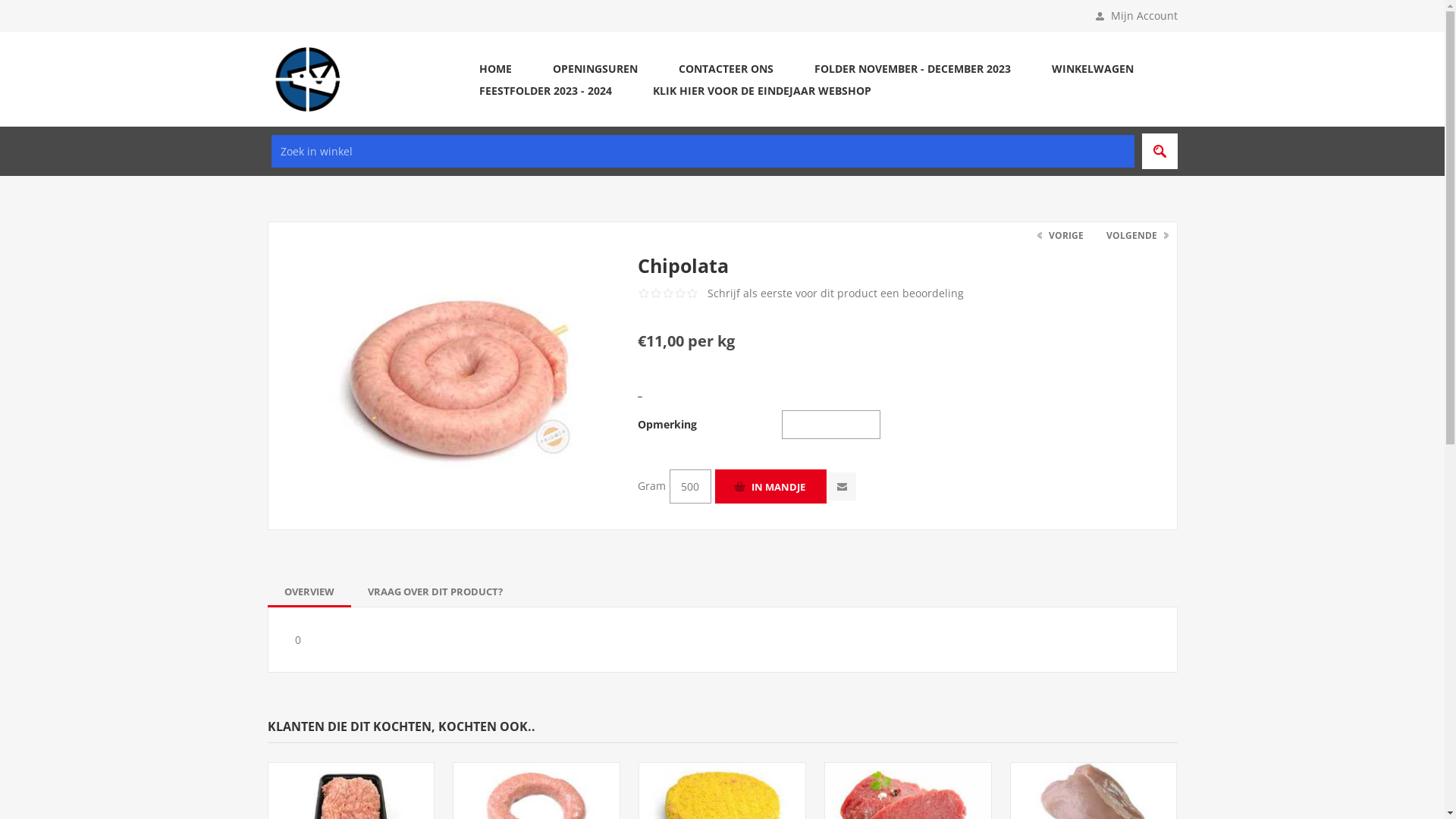 Image resolution: width=1456 pixels, height=819 pixels. Describe the element at coordinates (1092, 68) in the screenshot. I see `'WINKELWAGEN'` at that location.